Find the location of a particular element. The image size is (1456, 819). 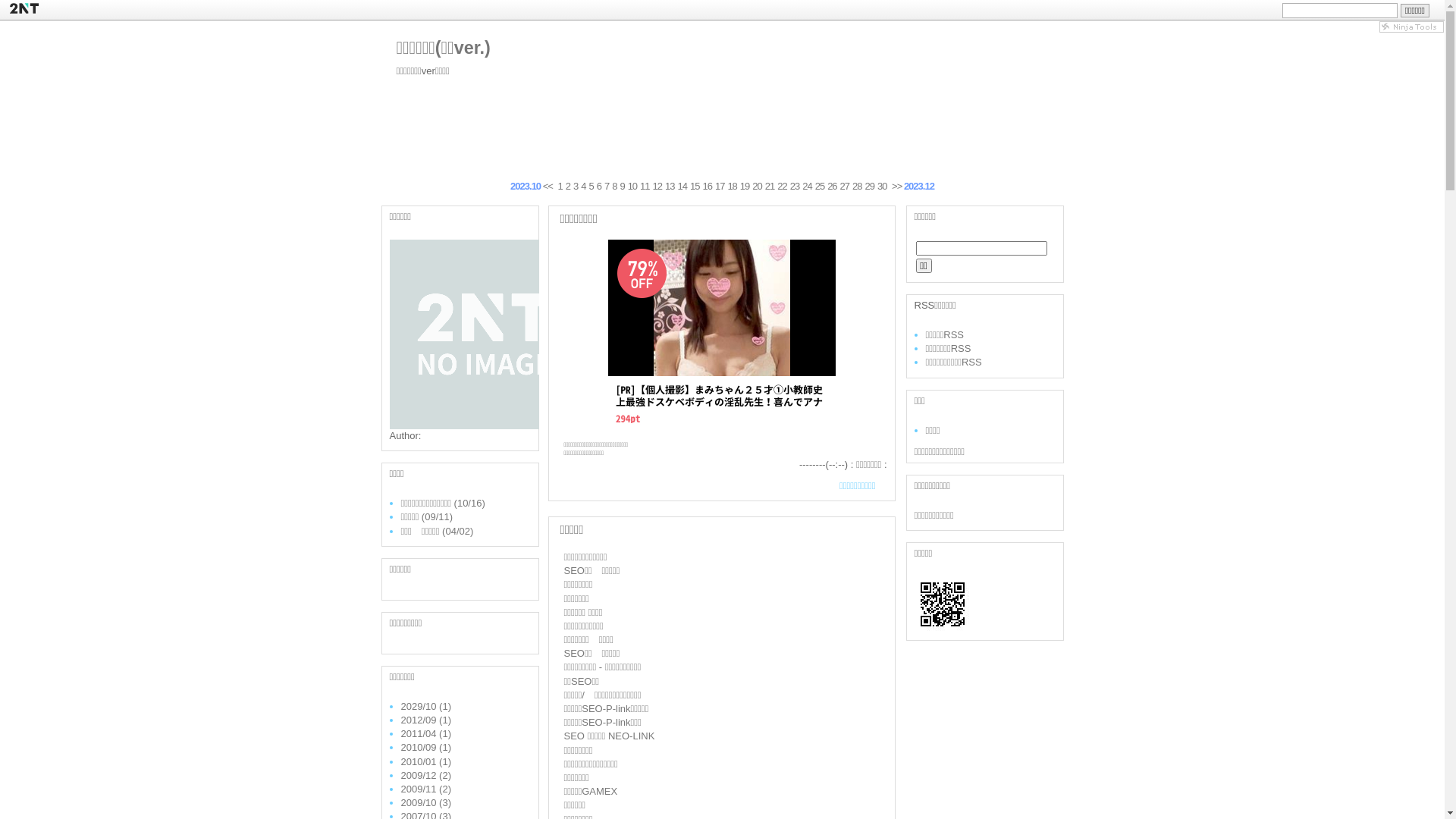

'2010/01 (1)' is located at coordinates (400, 761).